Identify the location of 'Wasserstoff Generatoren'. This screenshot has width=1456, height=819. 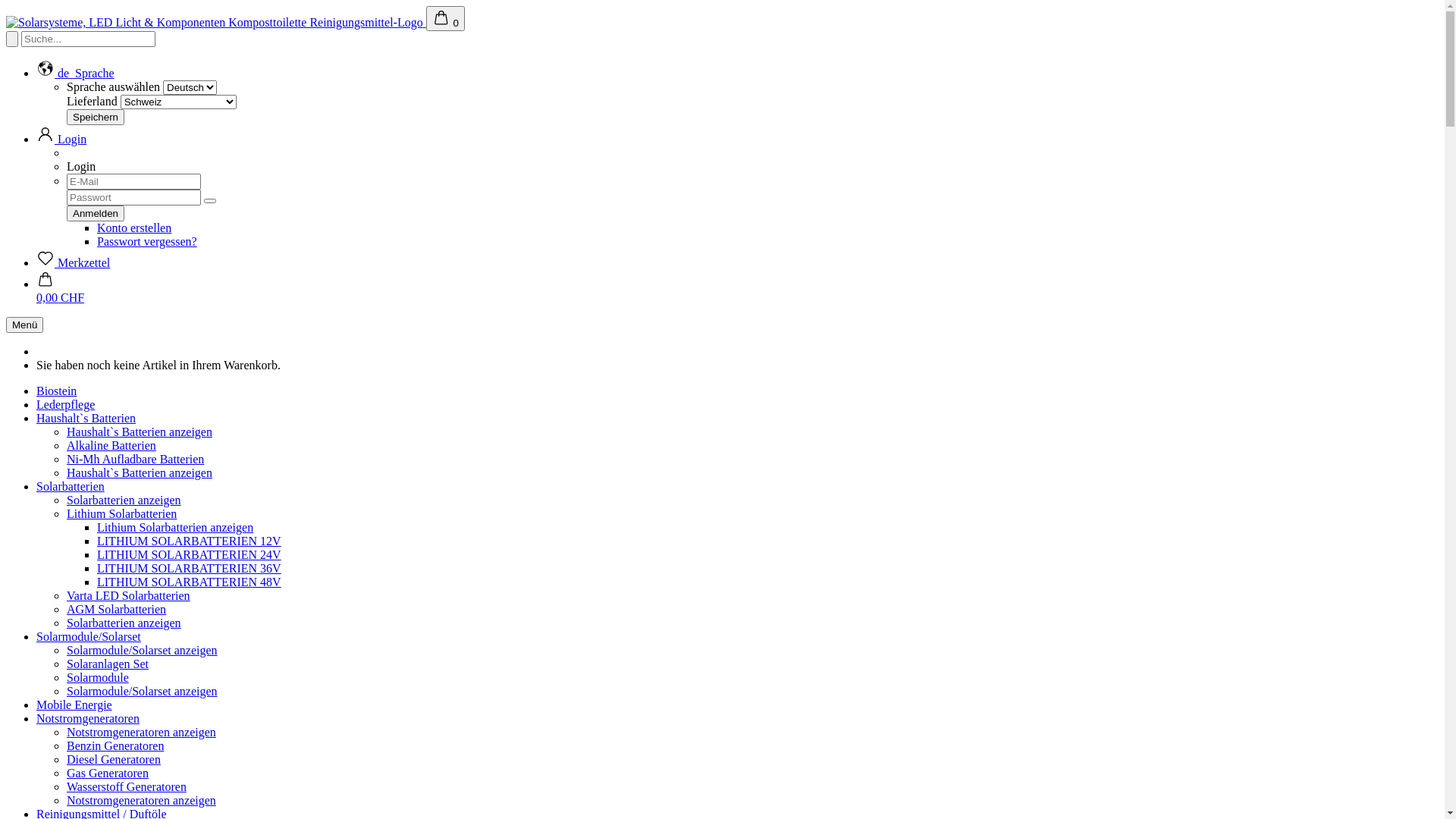
(127, 786).